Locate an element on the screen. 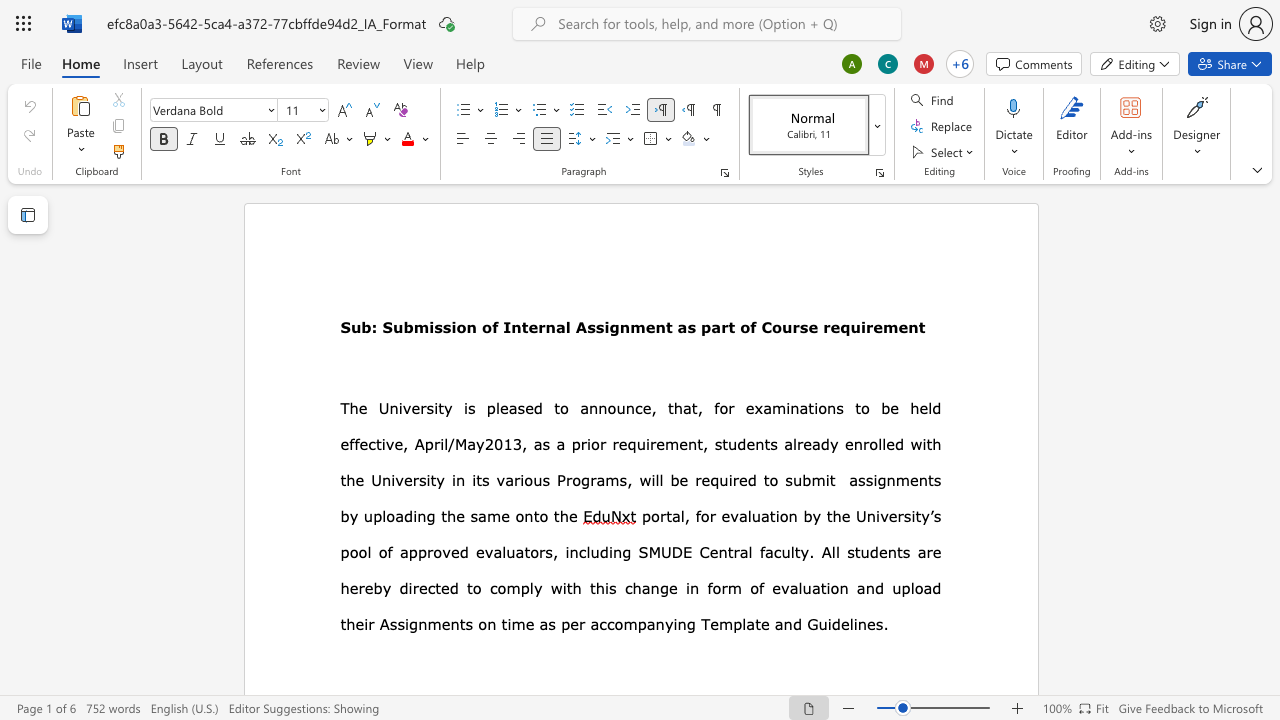 Image resolution: width=1280 pixels, height=720 pixels. the space between the continuous character "h" and "a" in the text is located at coordinates (682, 407).